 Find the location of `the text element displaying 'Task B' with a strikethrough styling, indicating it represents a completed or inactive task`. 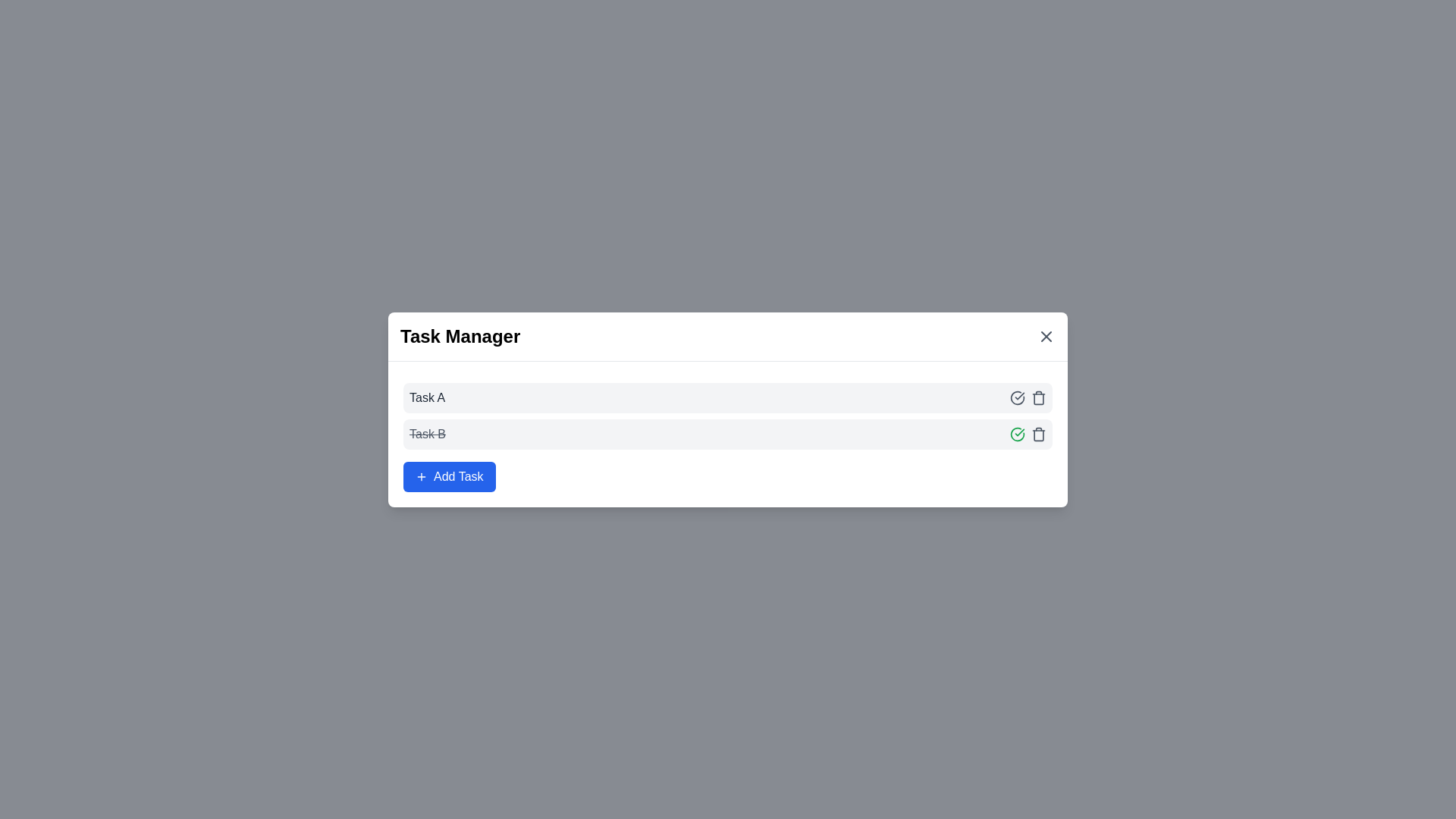

the text element displaying 'Task B' with a strikethrough styling, indicating it represents a completed or inactive task is located at coordinates (427, 434).